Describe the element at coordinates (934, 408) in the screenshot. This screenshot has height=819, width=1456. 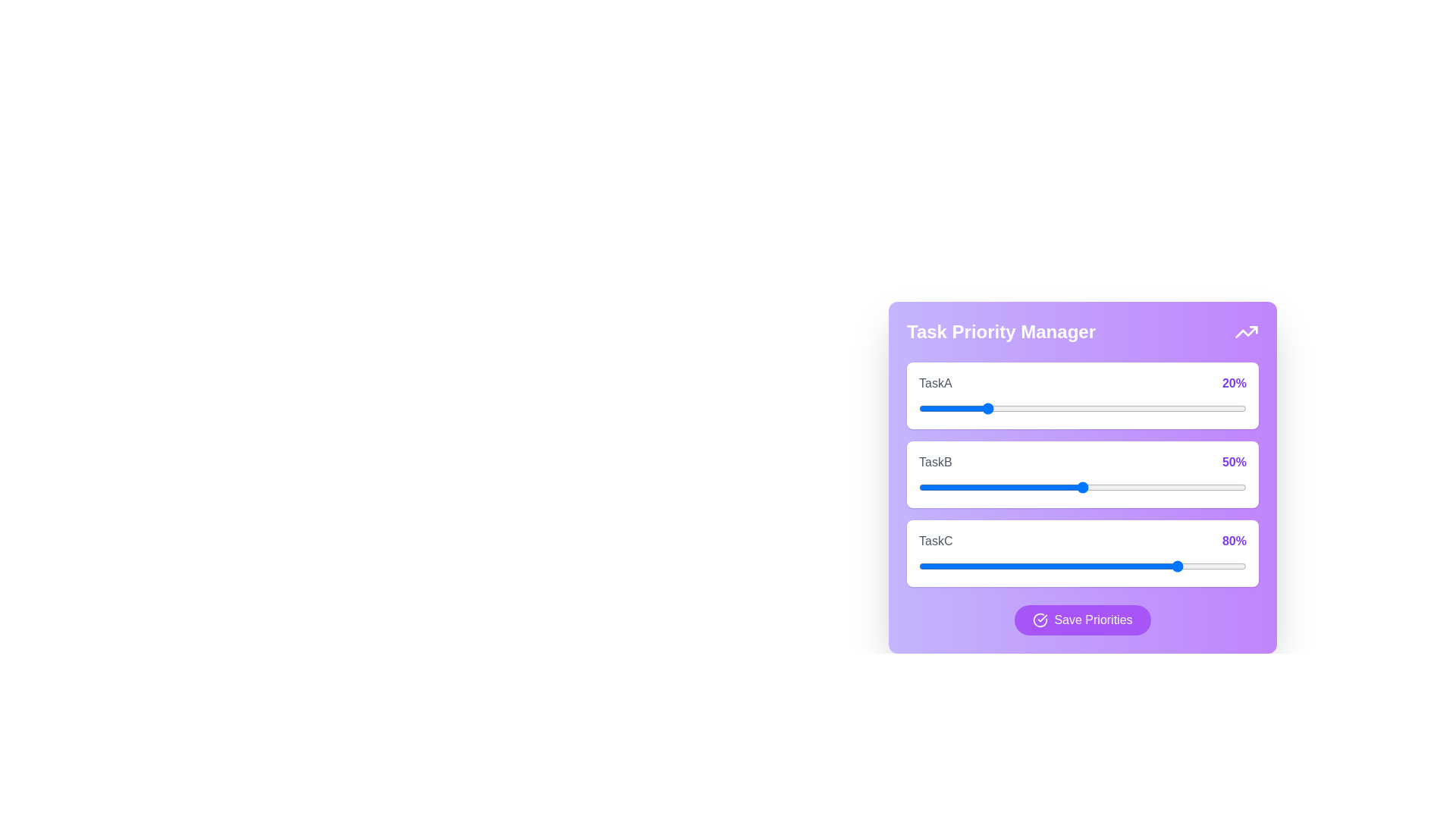
I see `the priority of 0 to 5% using the slider` at that location.